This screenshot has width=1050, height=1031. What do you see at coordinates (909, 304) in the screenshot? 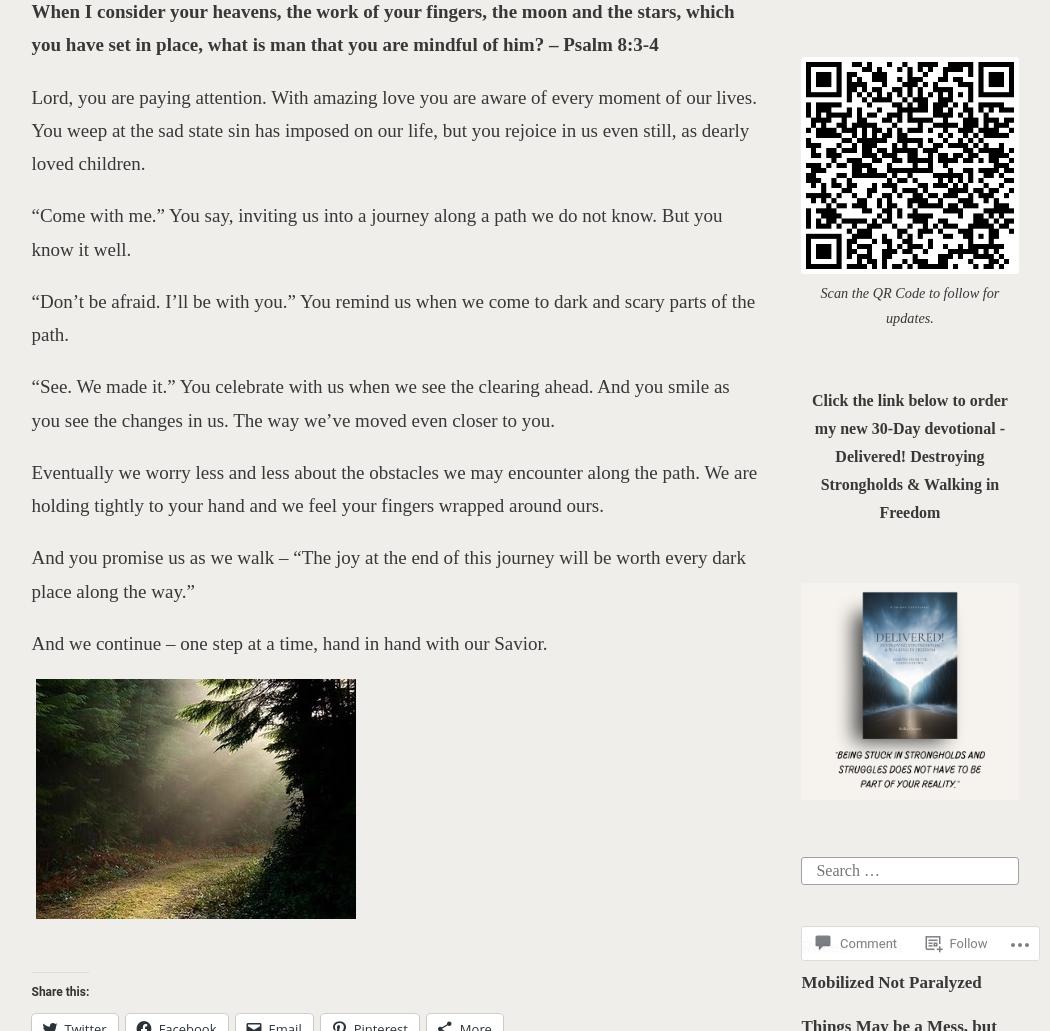
I see `'Scan the QR Code to follow for updates.'` at bounding box center [909, 304].